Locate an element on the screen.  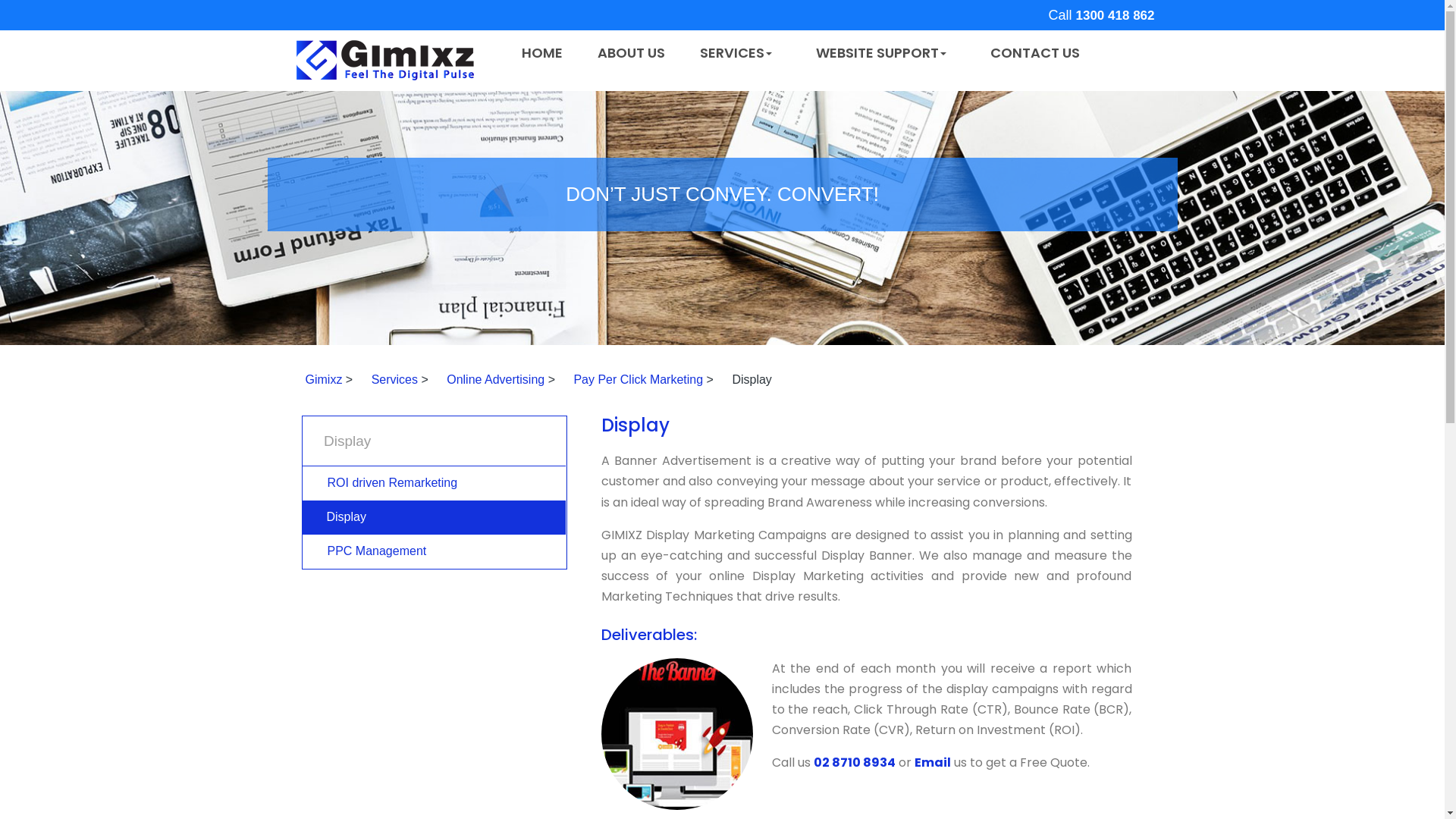
'1300 418 862' is located at coordinates (1114, 15).